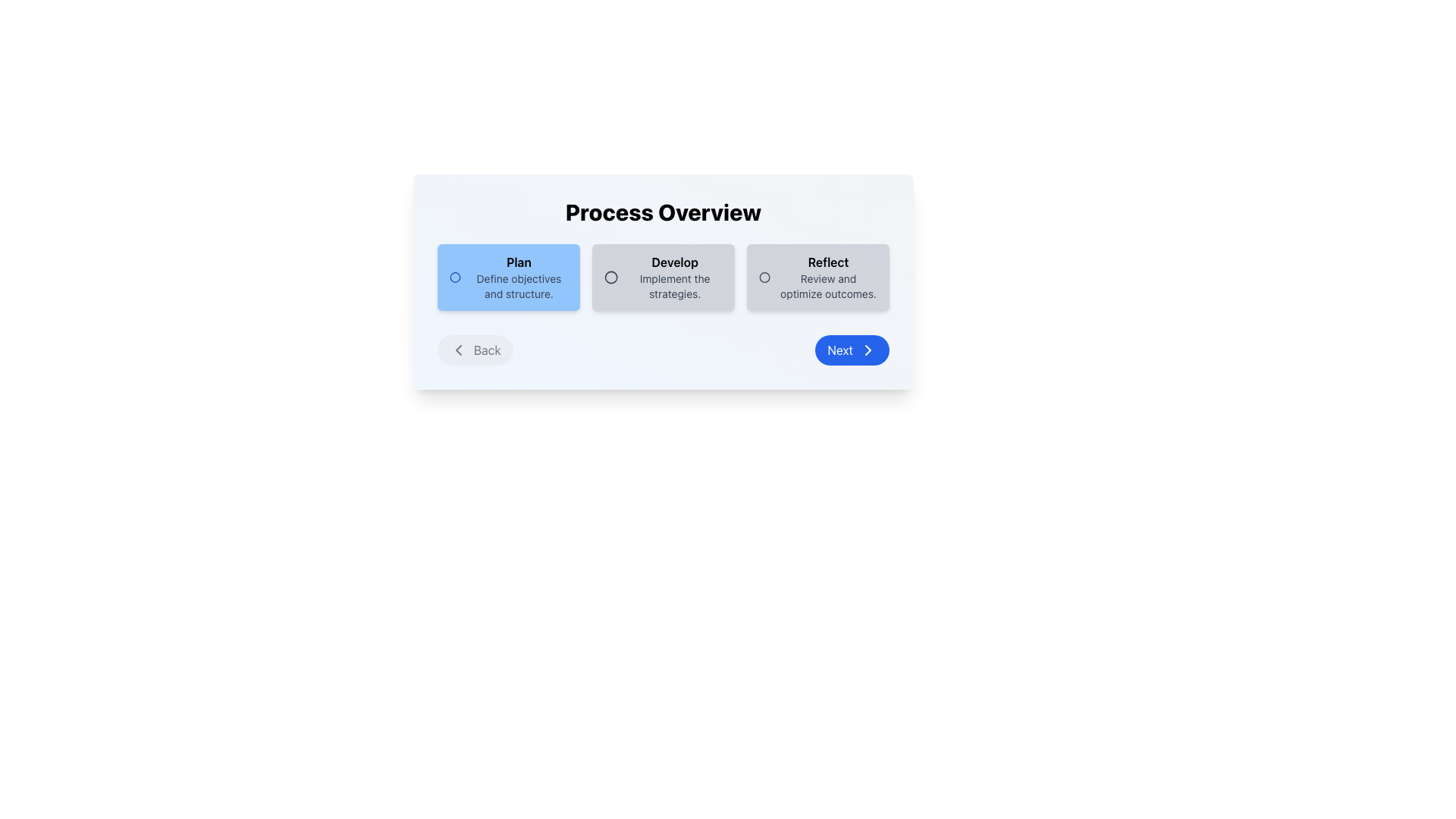 This screenshot has height=819, width=1456. What do you see at coordinates (817, 278) in the screenshot?
I see `the 'Reflect' button` at bounding box center [817, 278].